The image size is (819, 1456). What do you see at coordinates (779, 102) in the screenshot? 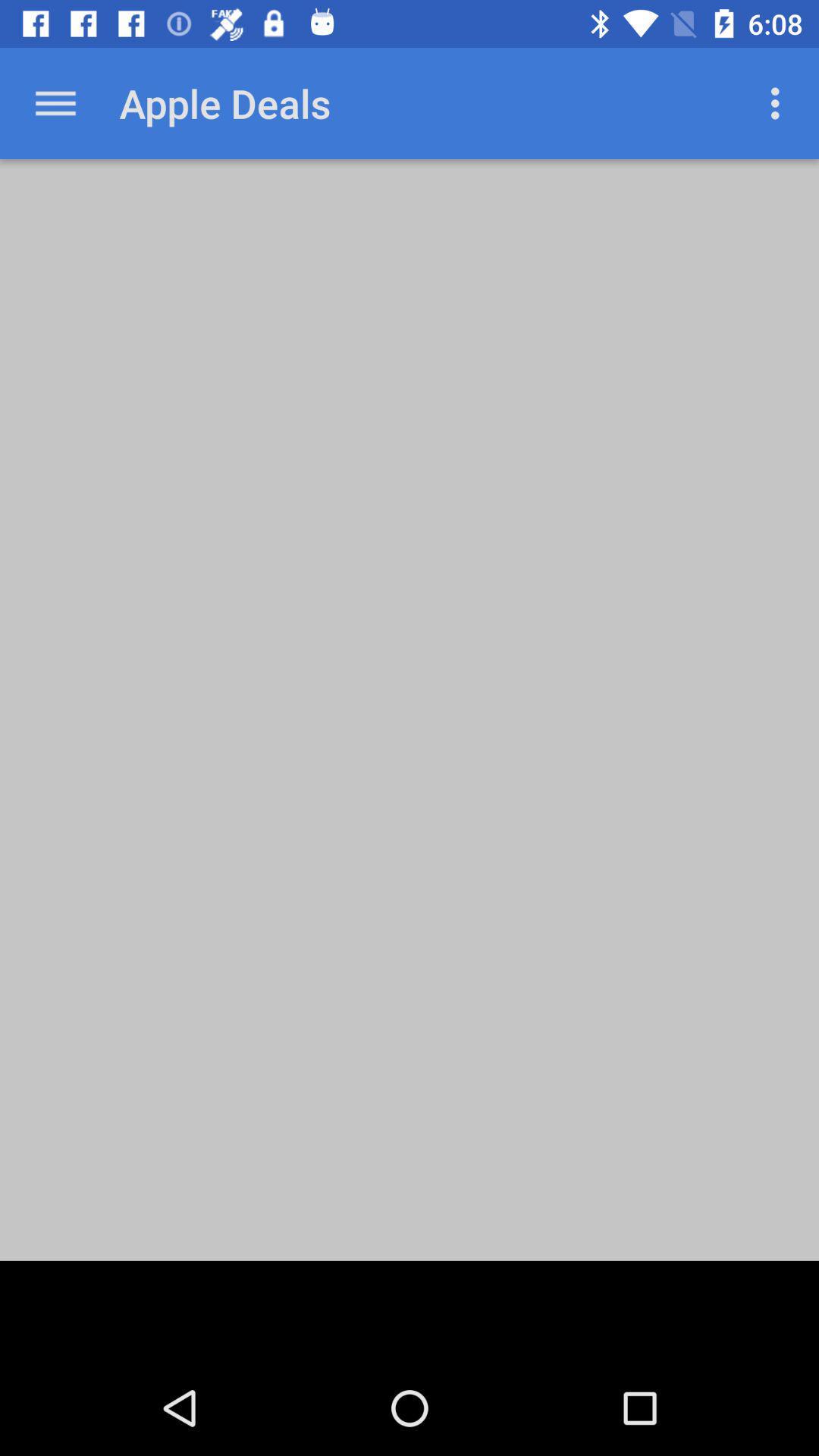
I see `app to the right of the apple deals` at bounding box center [779, 102].